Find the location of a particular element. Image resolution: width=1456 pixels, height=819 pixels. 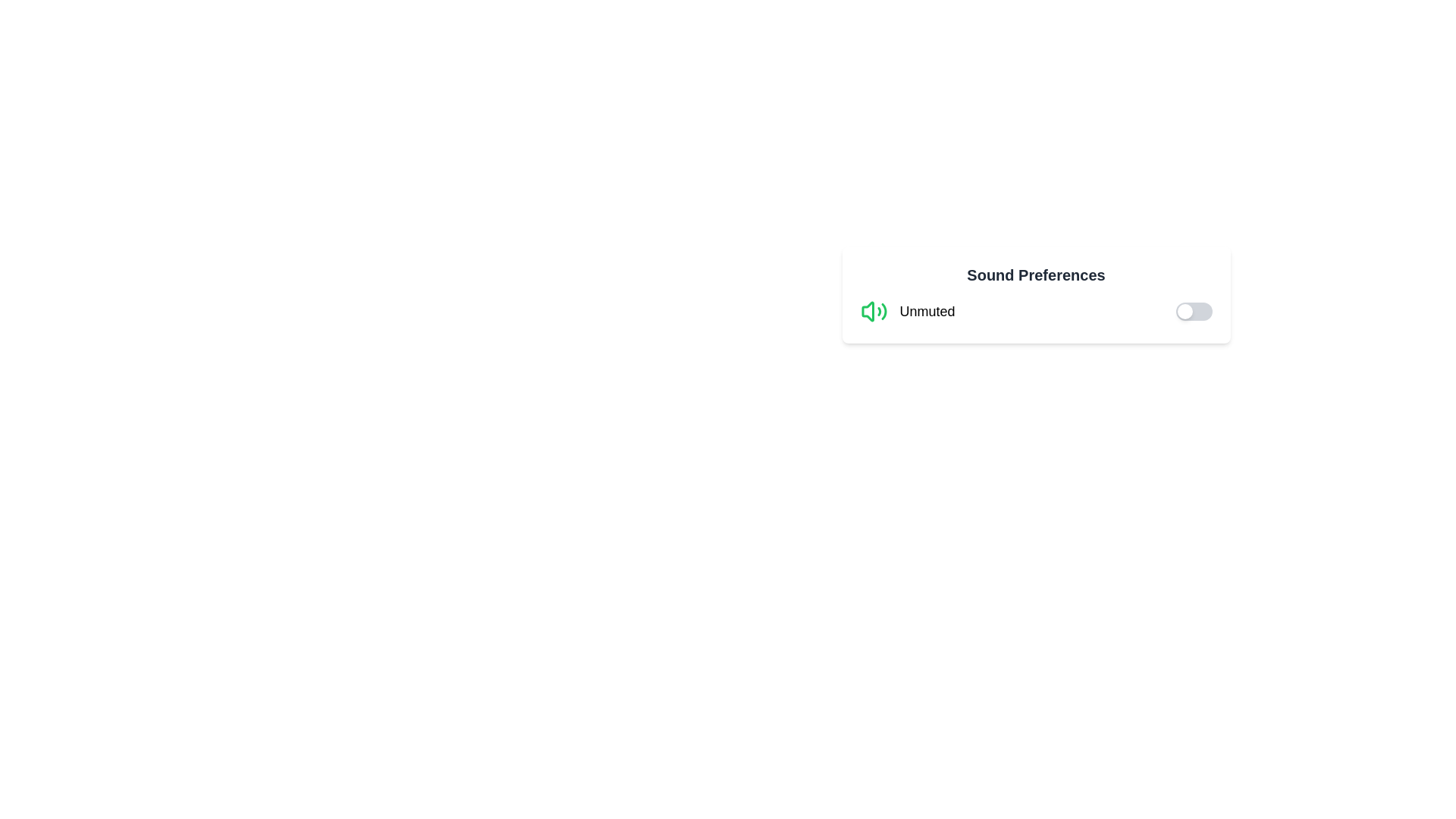

the toggle thumb horizontally is located at coordinates (1184, 311).